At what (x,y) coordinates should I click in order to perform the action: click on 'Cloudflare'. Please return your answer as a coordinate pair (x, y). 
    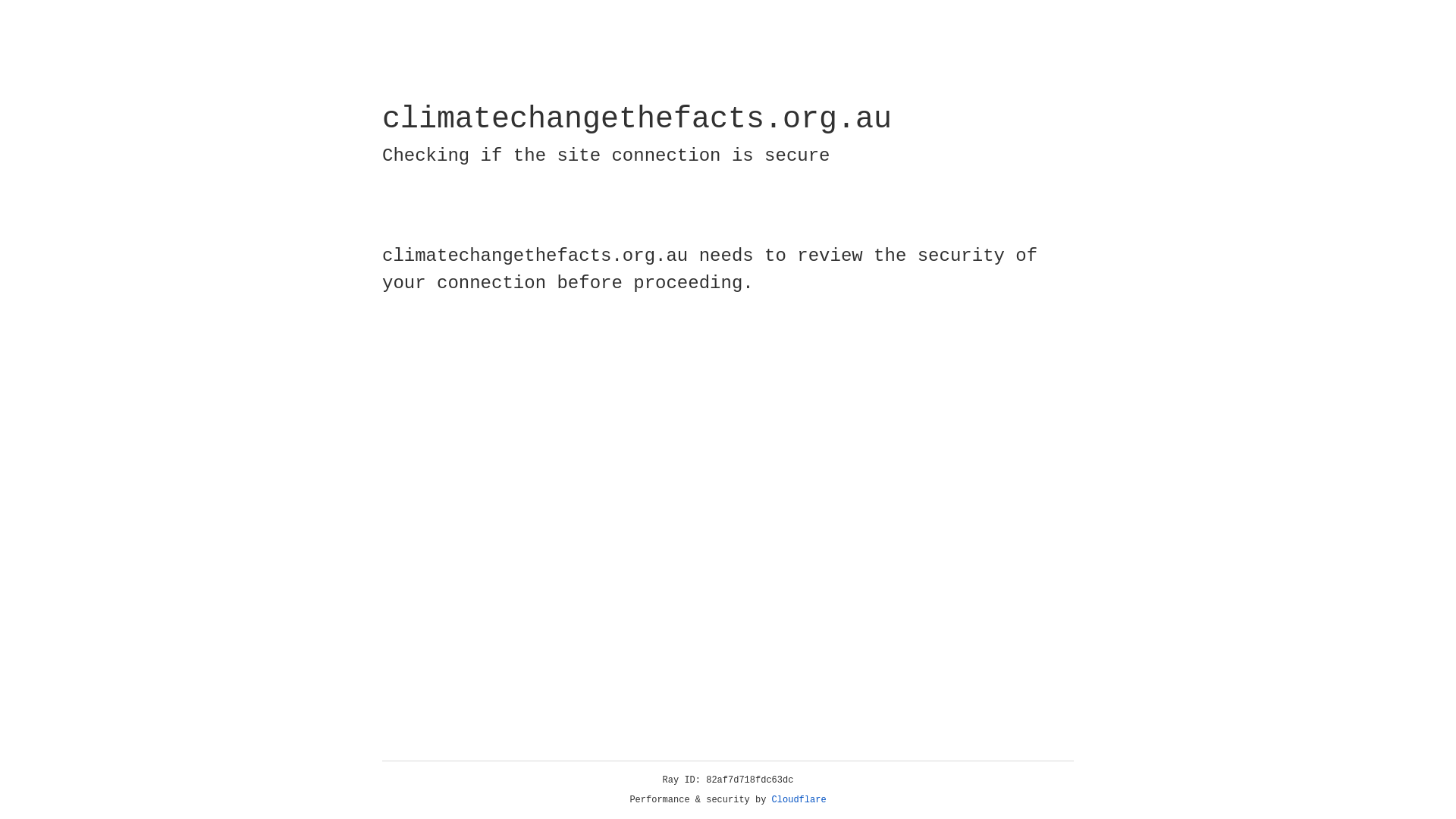
    Looking at the image, I should click on (771, 799).